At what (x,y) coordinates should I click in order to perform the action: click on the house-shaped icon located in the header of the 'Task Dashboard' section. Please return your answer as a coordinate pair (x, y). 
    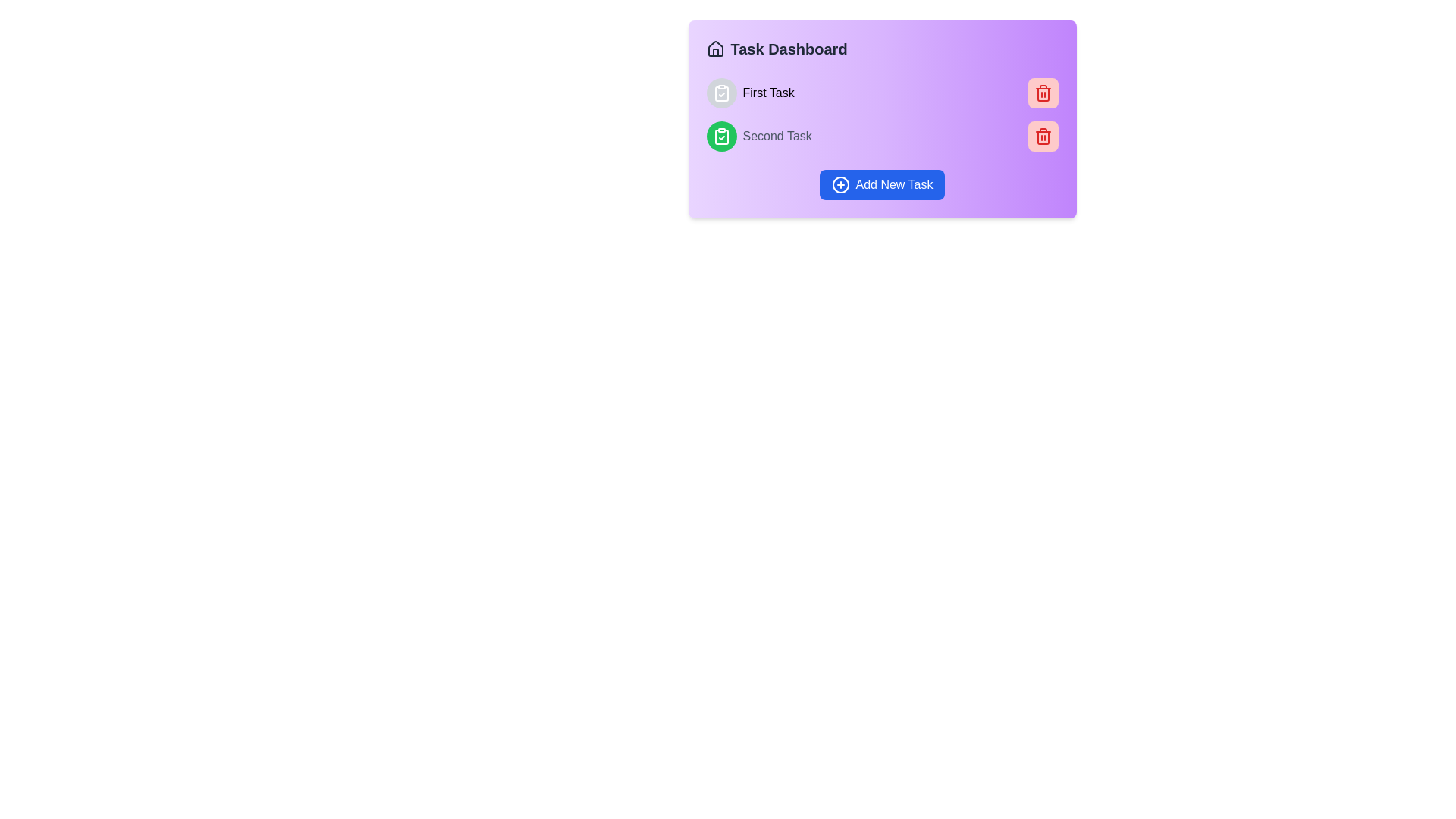
    Looking at the image, I should click on (714, 49).